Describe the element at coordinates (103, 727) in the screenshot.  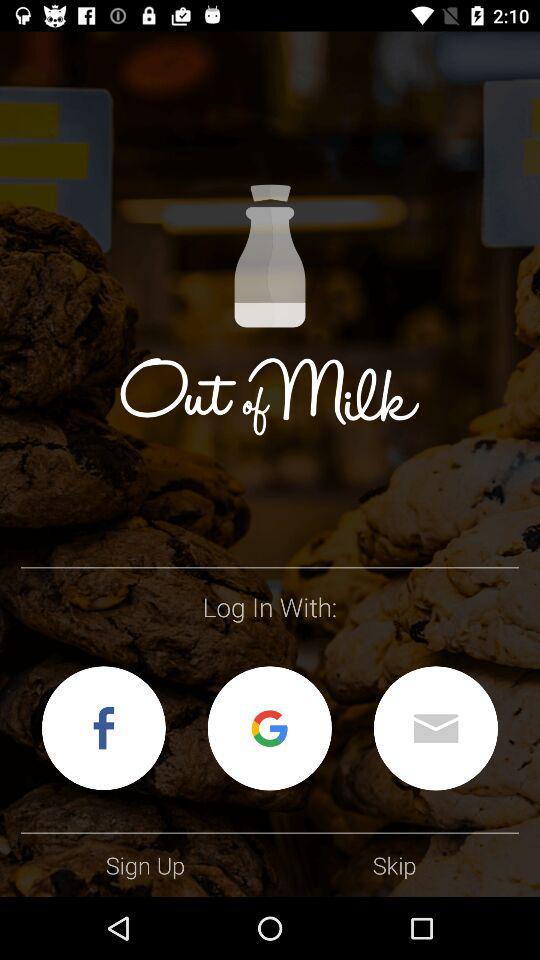
I see `use facebook account` at that location.